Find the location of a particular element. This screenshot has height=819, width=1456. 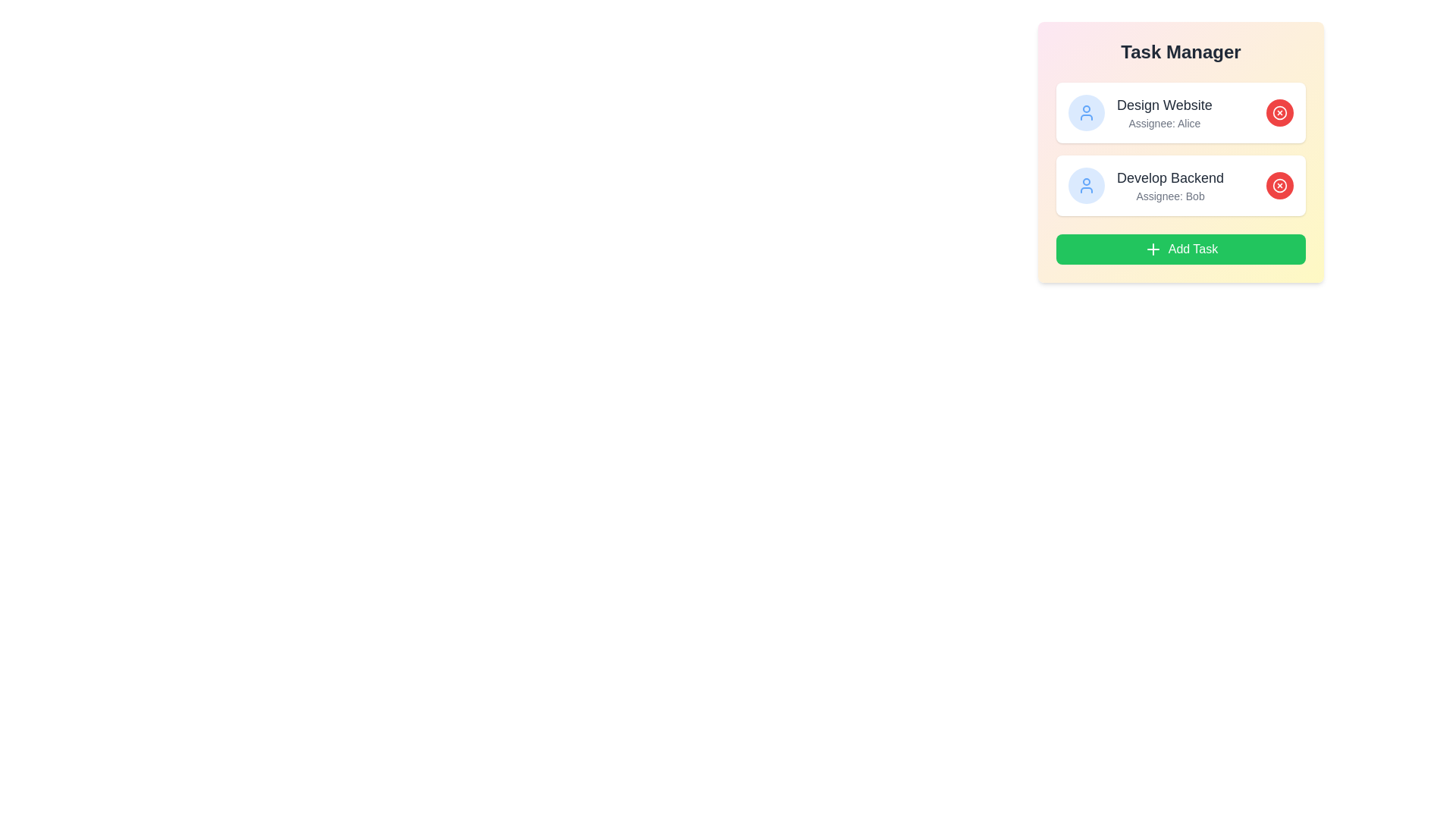

the Label/Text Block displaying 'Design Website' and 'Assignee: Alice' within the first task item of the task list is located at coordinates (1163, 112).